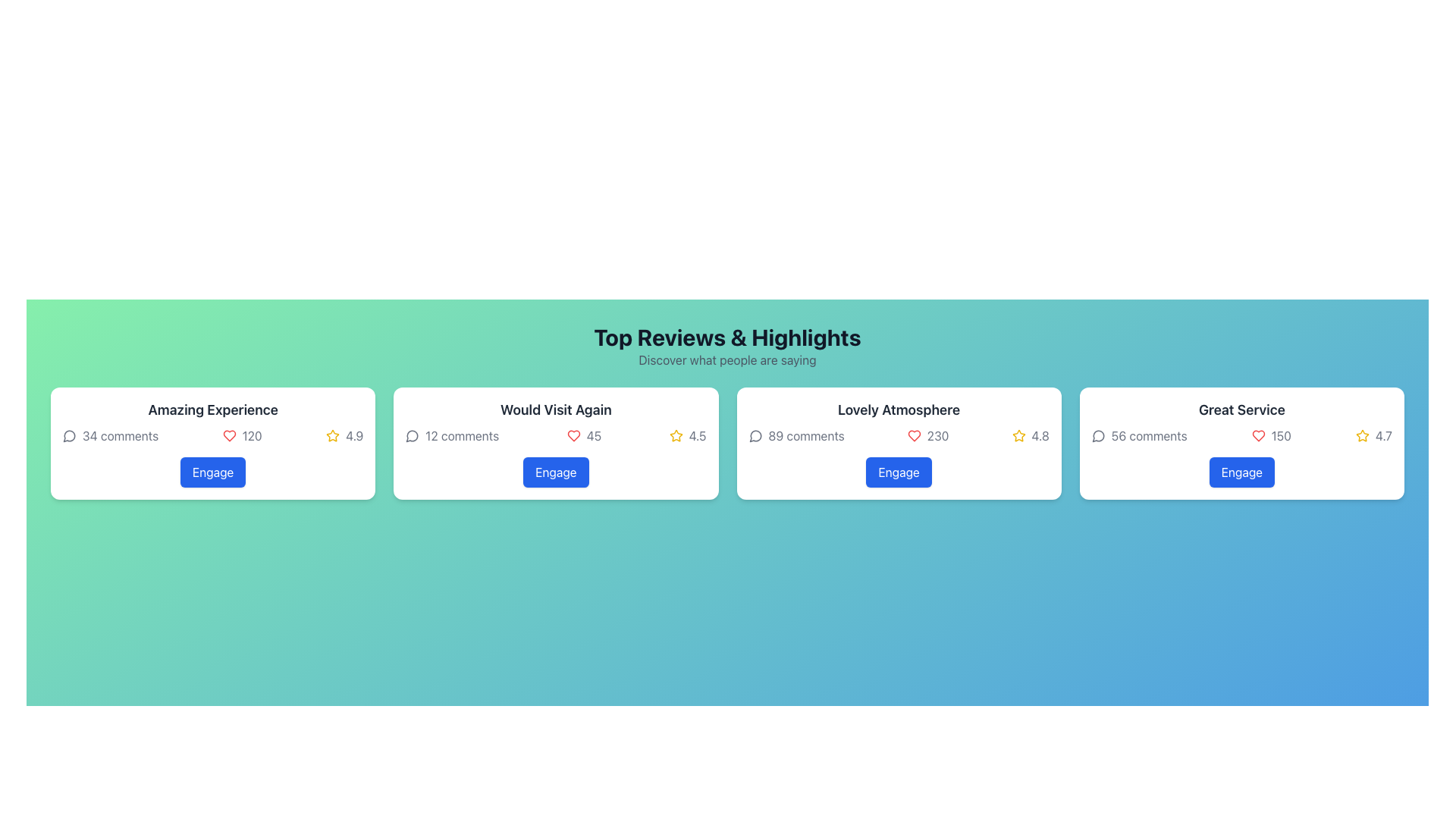  I want to click on the text element displaying '4.5' in gray font, which is located to the right of the yellow star icon in the second review card from the left, so click(697, 435).